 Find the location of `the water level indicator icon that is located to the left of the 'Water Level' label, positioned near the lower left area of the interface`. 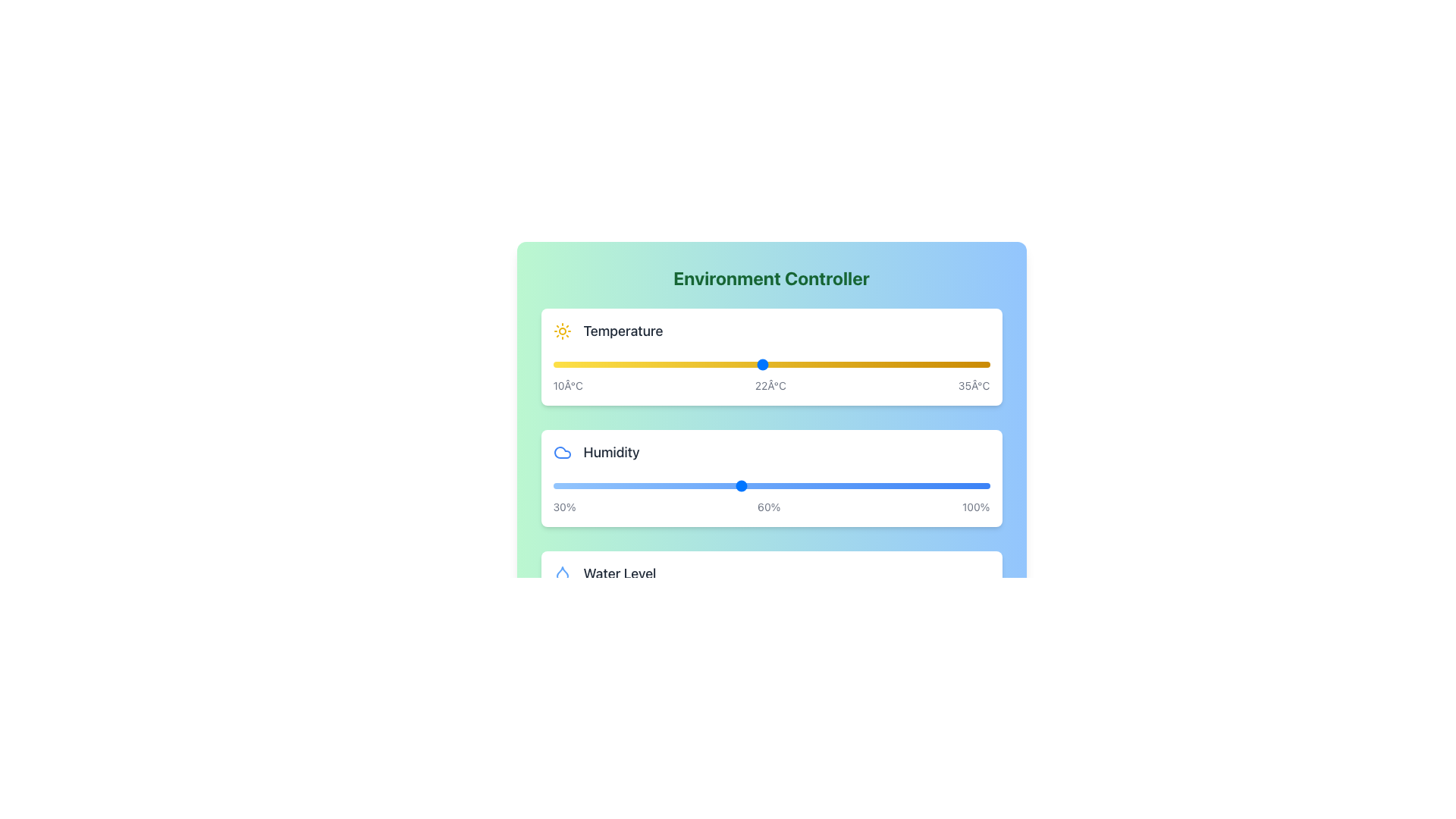

the water level indicator icon that is located to the left of the 'Water Level' label, positioned near the lower left area of the interface is located at coordinates (561, 573).